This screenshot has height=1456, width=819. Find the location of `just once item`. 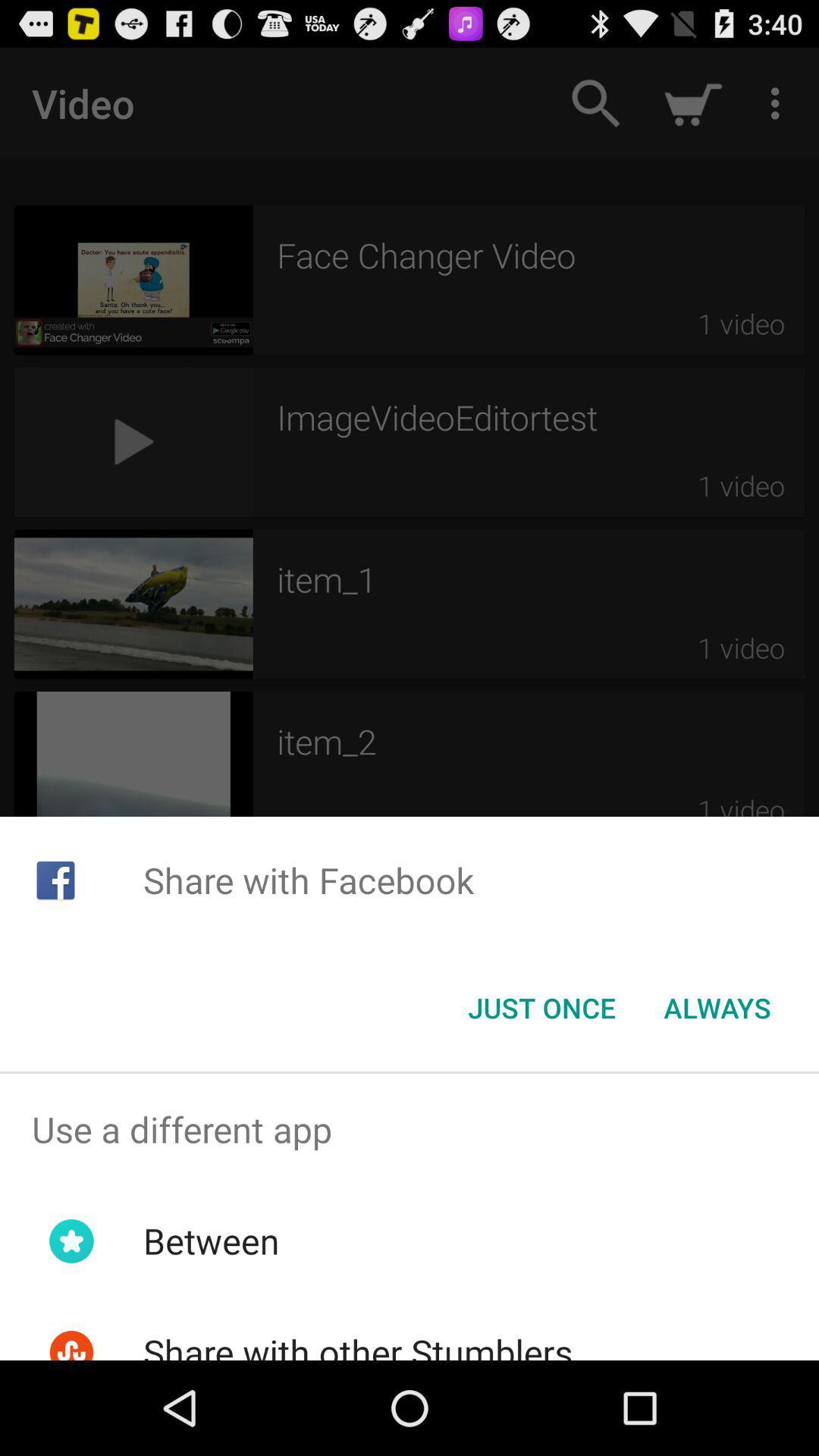

just once item is located at coordinates (541, 1008).